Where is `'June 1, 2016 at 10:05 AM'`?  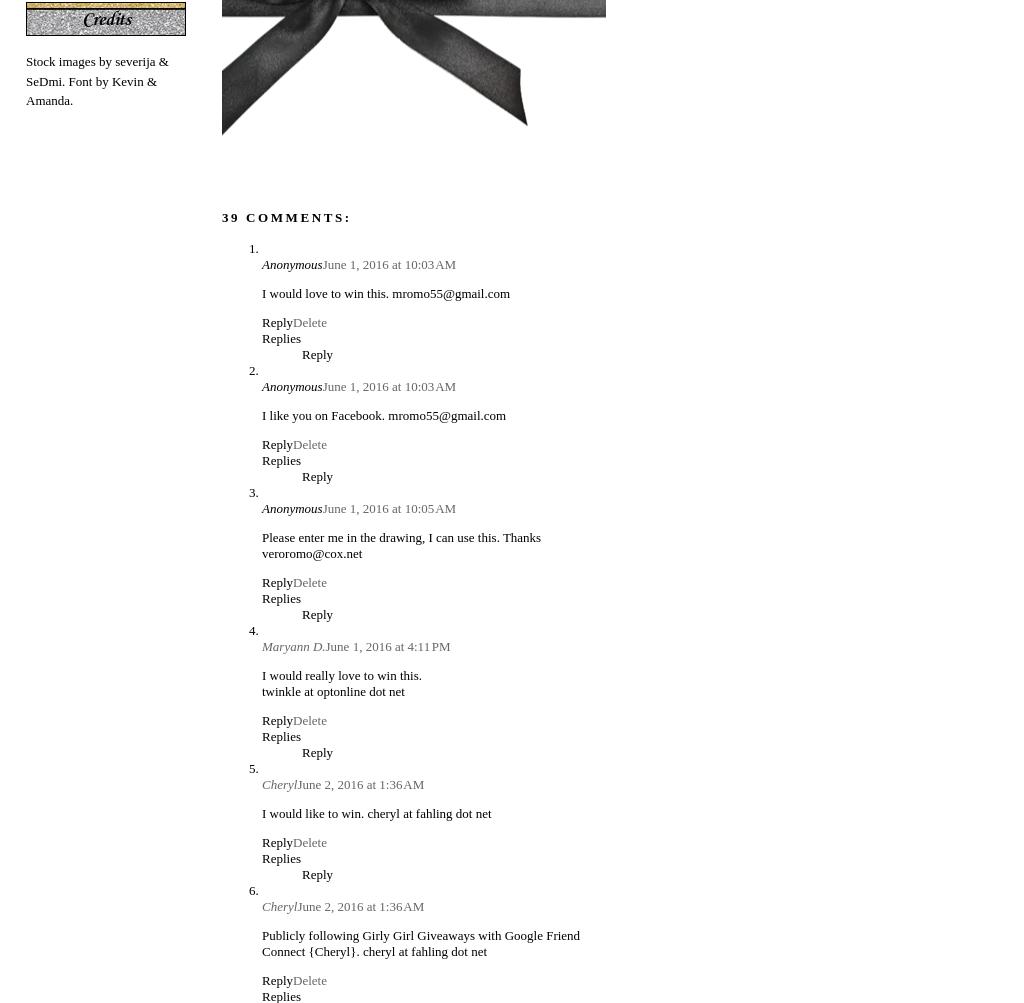 'June 1, 2016 at 10:05 AM' is located at coordinates (388, 506).